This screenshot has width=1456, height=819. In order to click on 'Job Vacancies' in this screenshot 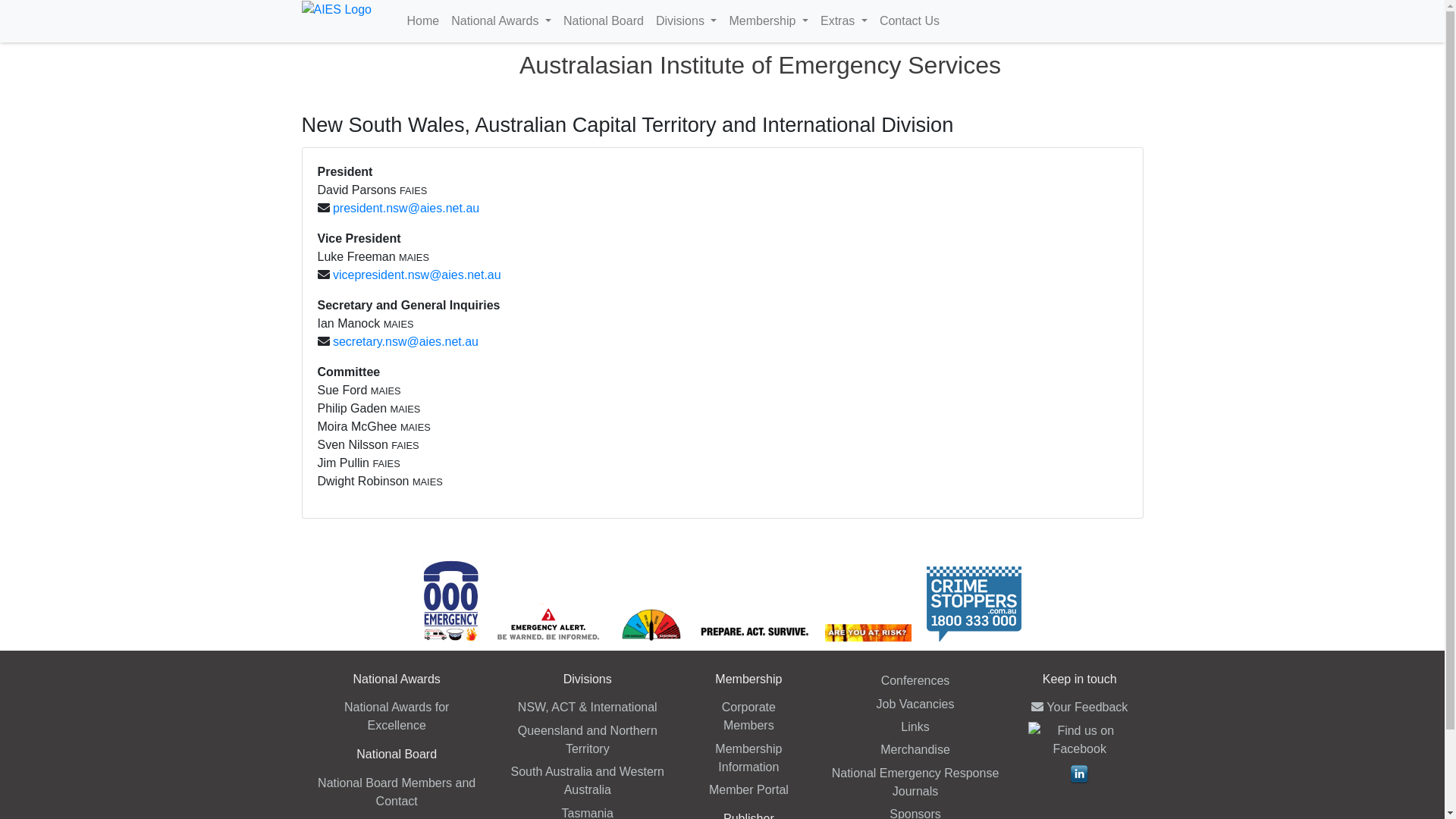, I will do `click(915, 704)`.